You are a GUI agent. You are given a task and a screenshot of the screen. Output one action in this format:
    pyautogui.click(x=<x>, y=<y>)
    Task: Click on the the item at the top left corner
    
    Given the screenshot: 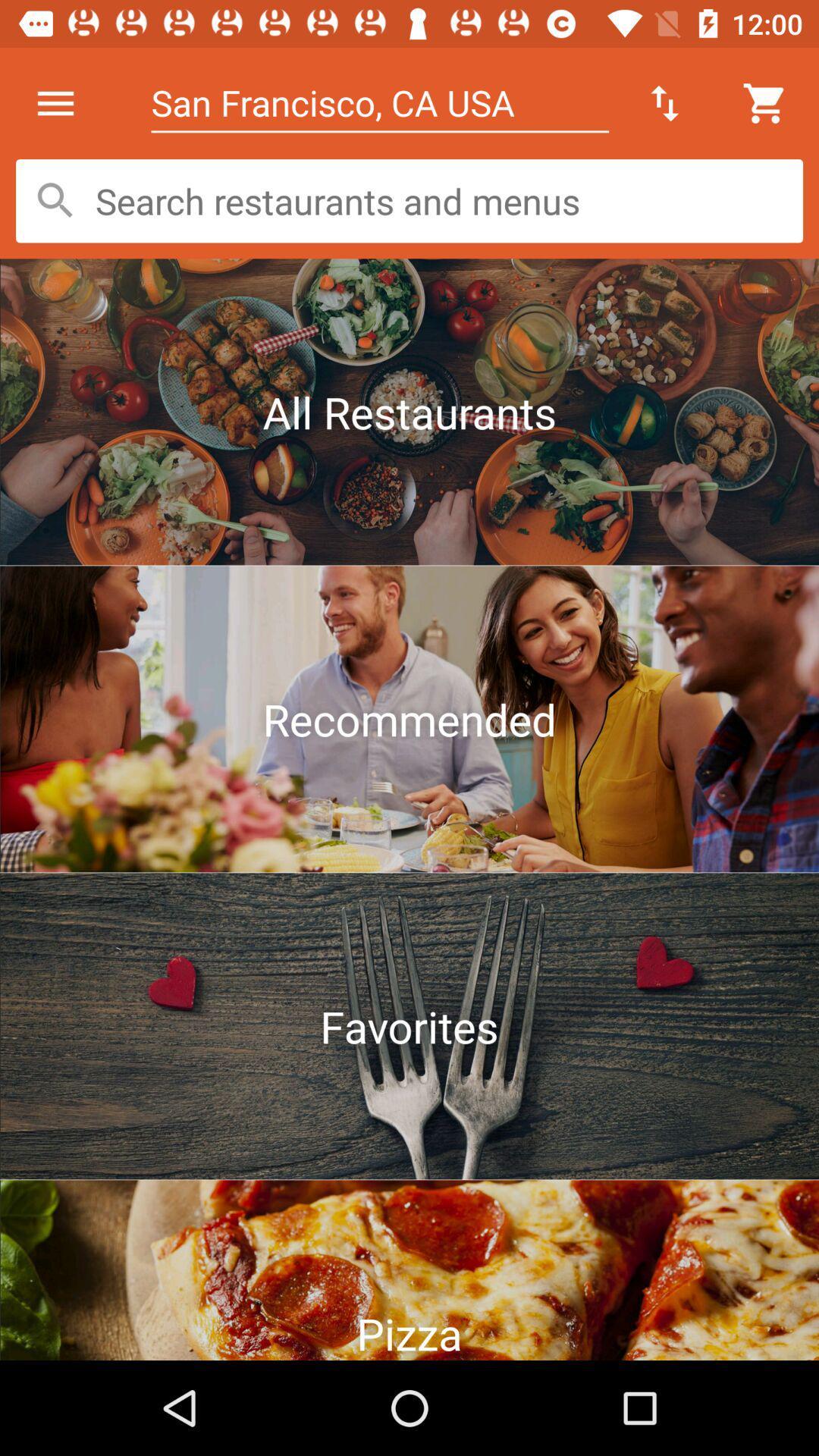 What is the action you would take?
    pyautogui.click(x=55, y=102)
    